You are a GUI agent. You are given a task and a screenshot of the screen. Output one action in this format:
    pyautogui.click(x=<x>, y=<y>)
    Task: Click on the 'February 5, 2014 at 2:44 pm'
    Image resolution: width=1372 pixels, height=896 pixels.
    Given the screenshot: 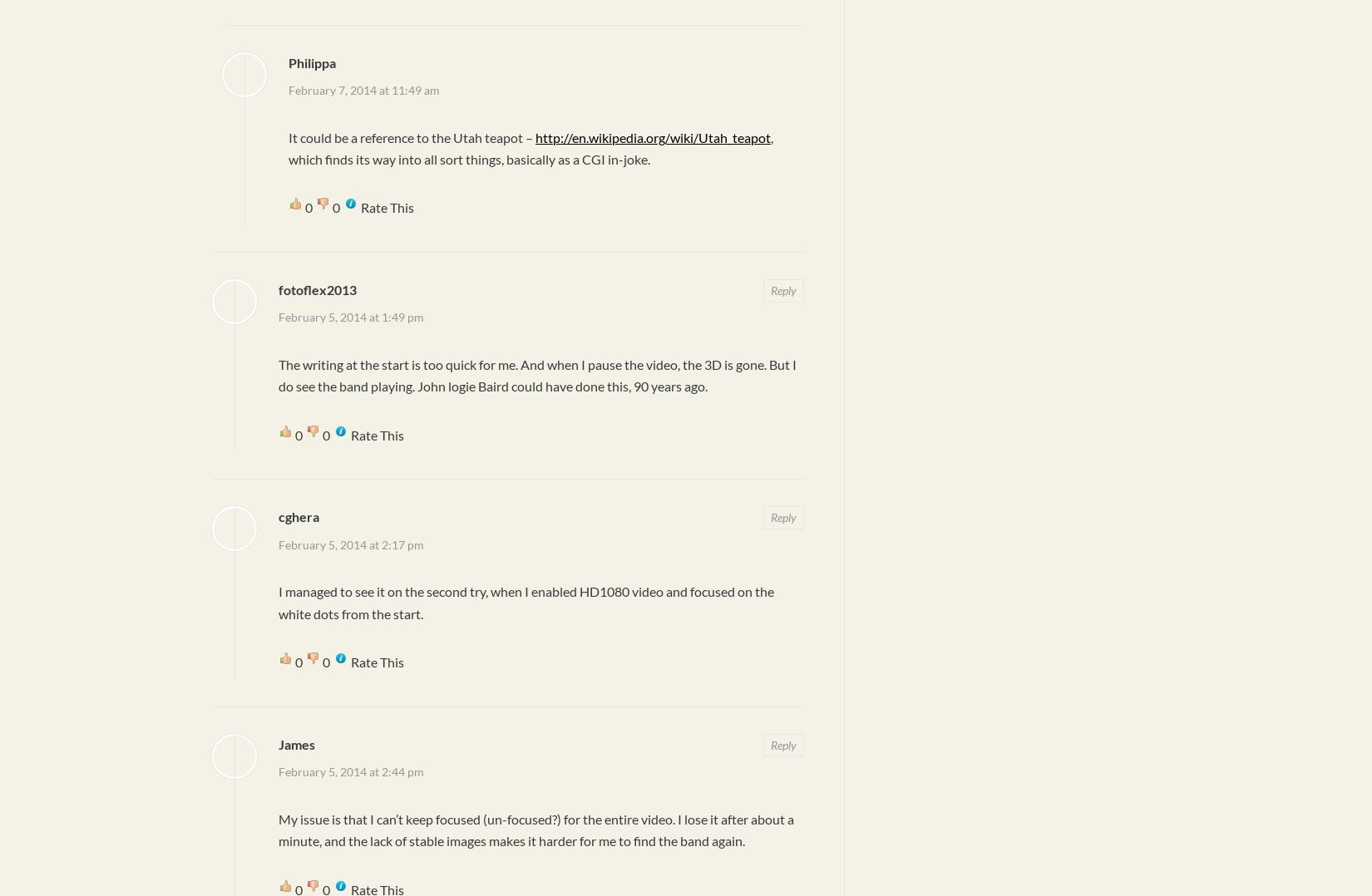 What is the action you would take?
    pyautogui.click(x=350, y=770)
    